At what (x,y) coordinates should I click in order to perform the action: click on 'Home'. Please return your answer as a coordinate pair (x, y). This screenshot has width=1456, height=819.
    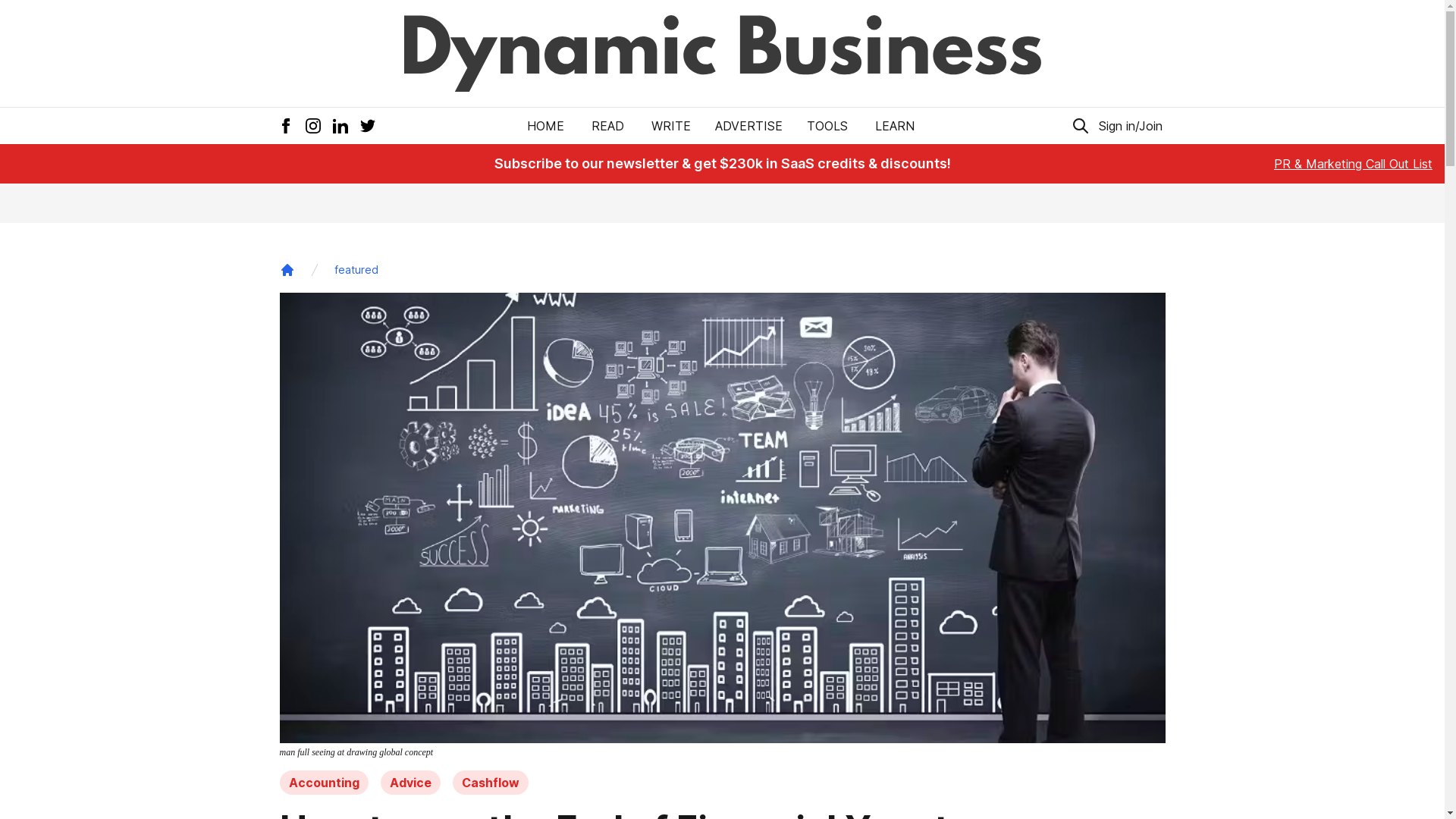
    Looking at the image, I should click on (287, 268).